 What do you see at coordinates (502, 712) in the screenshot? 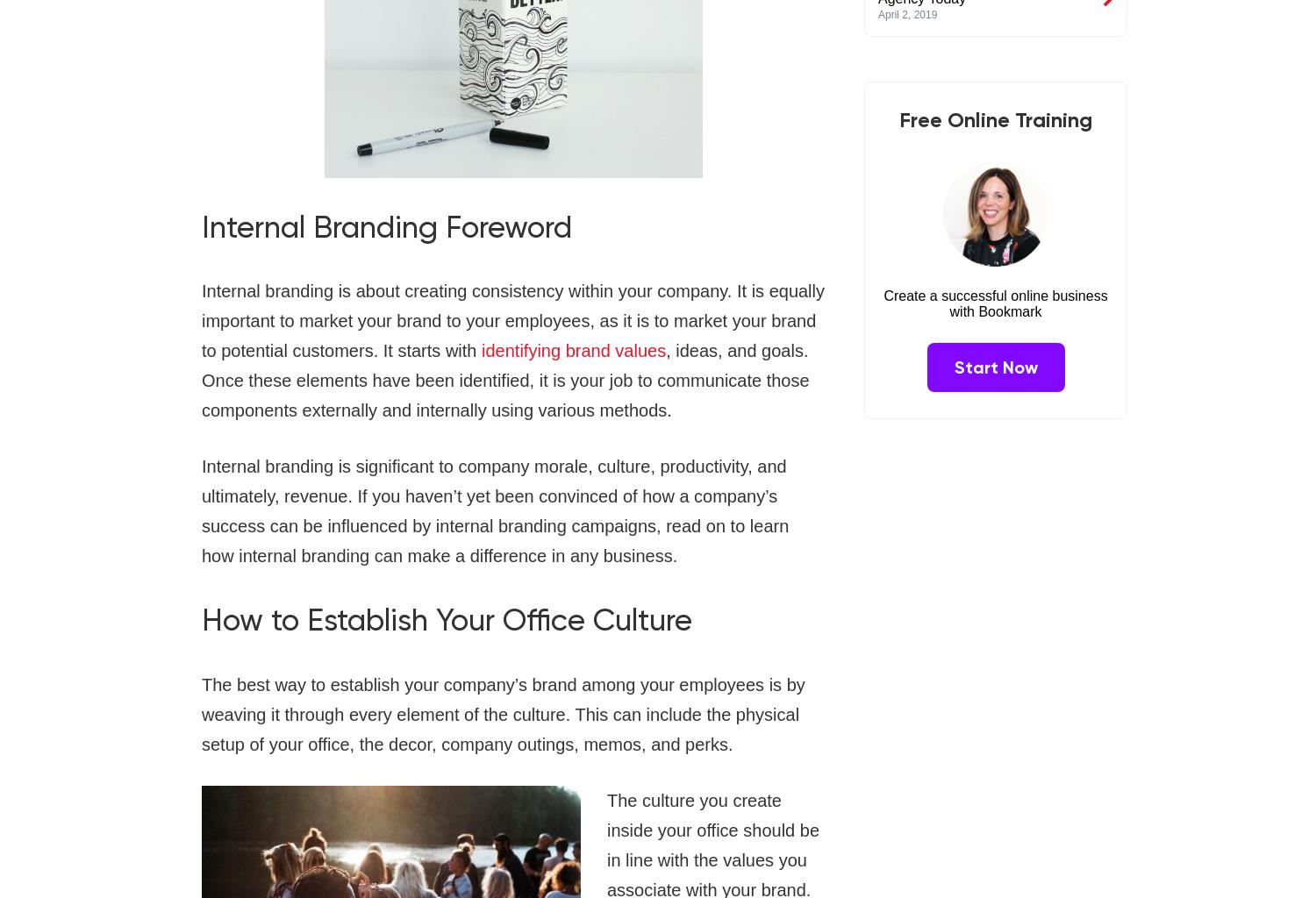
I see `'The best way to establish your company’s brand among your employees is by weaving it through every element of the culture. This can include the physical setup of your office, the decor, company outings, memos, and perks.'` at bounding box center [502, 712].